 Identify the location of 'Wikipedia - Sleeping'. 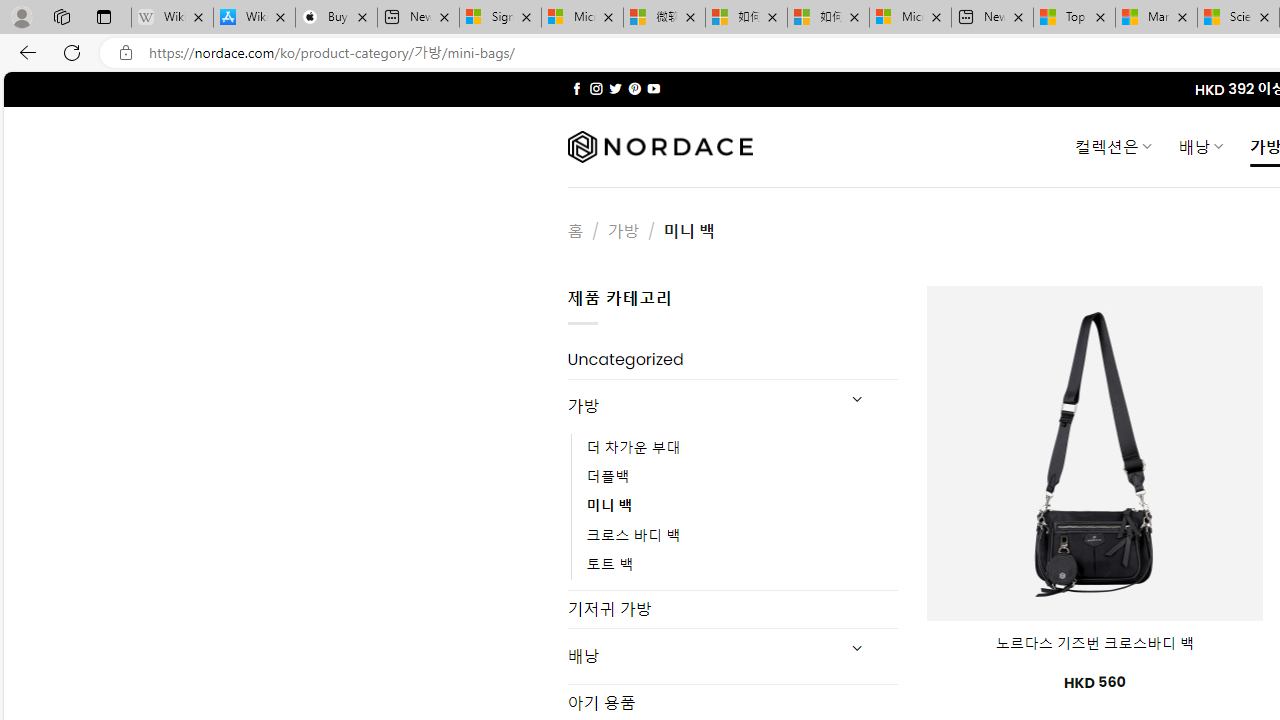
(172, 17).